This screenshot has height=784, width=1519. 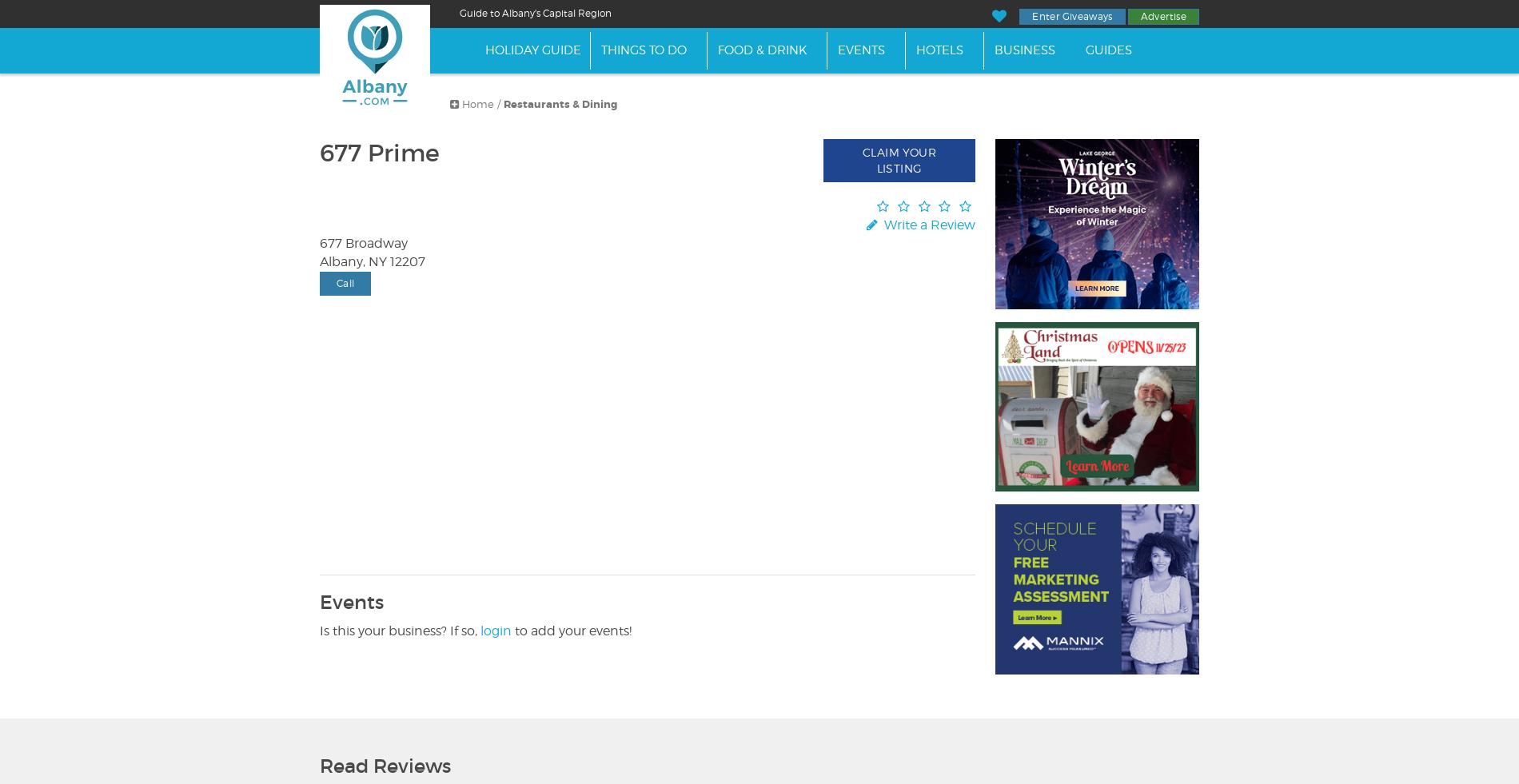 What do you see at coordinates (524, 252) in the screenshot?
I see `'Join us the day after Thanksgiving, November 24th from 2:00 pm - 4:00 pm, and help us craft winter and holiday decorations for the Library!'` at bounding box center [524, 252].